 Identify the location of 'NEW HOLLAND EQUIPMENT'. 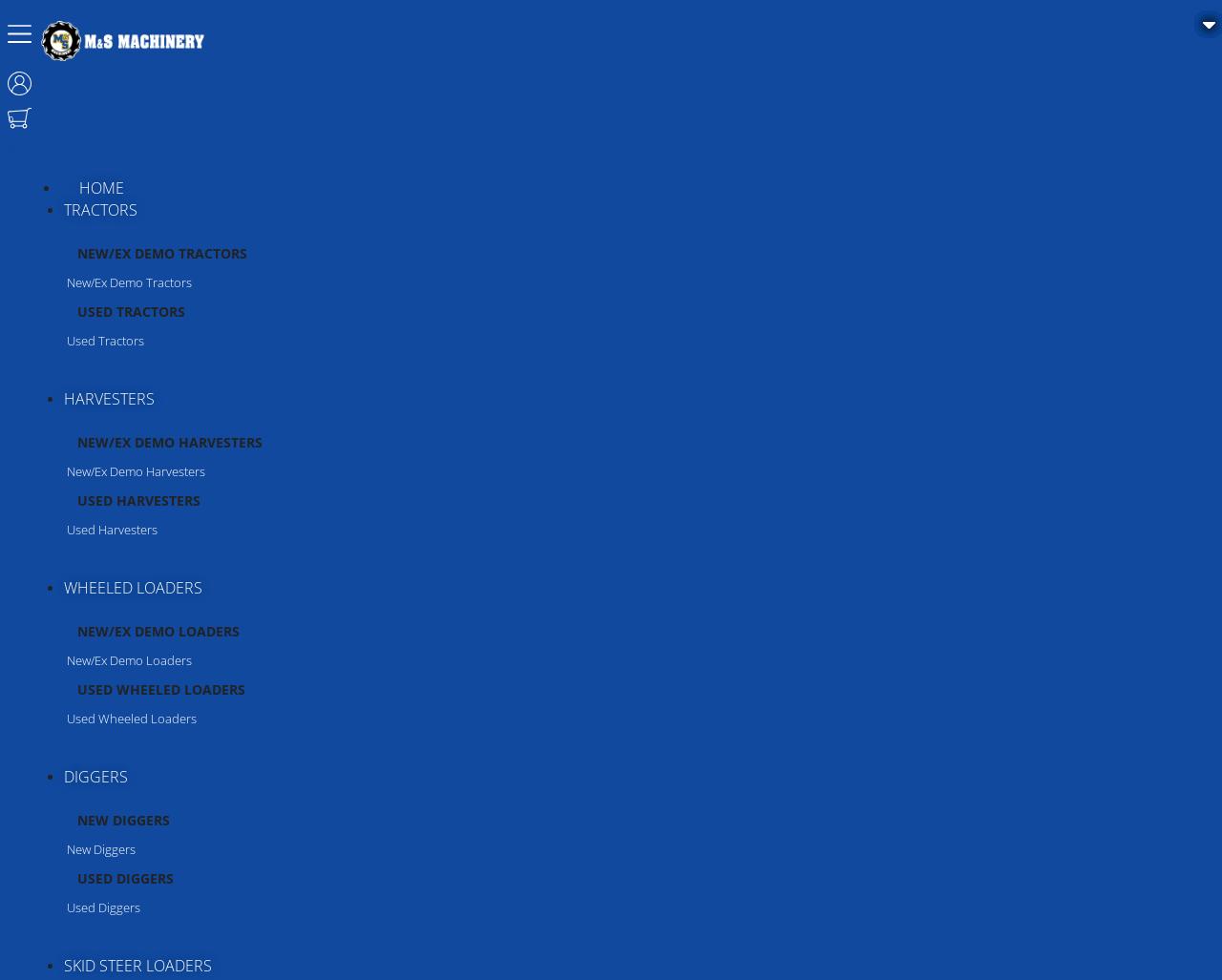
(145, 521).